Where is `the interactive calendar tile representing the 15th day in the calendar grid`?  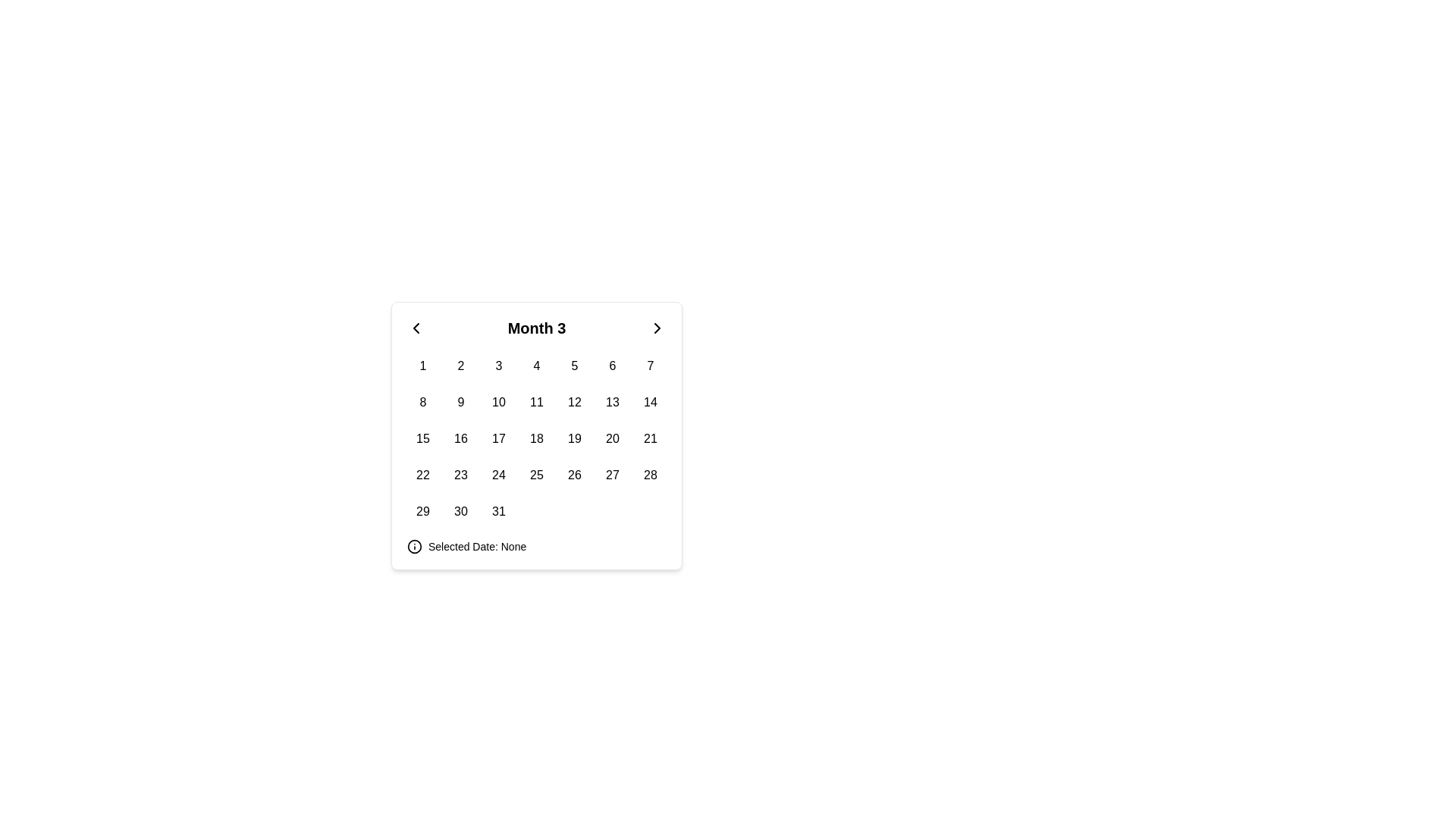 the interactive calendar tile representing the 15th day in the calendar grid is located at coordinates (422, 438).